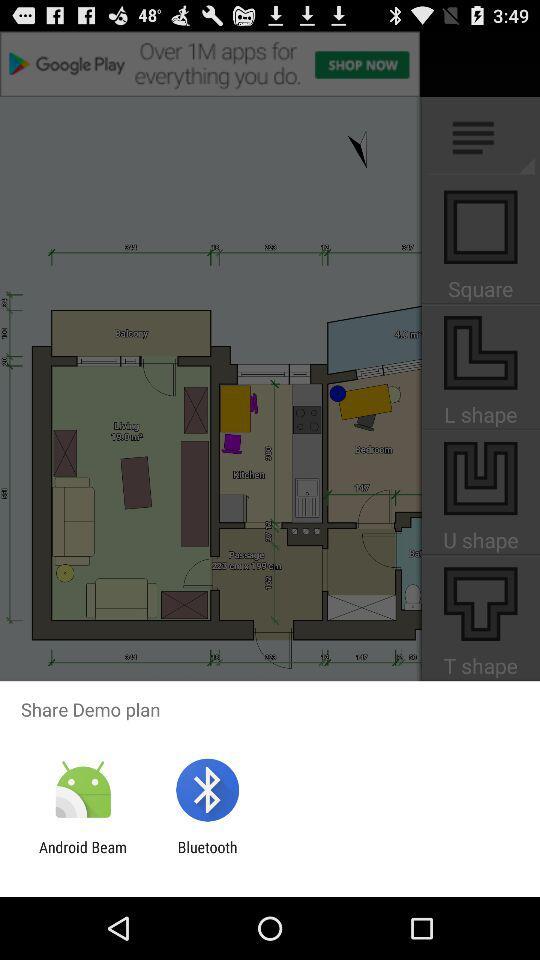  I want to click on bluetooth item, so click(206, 855).